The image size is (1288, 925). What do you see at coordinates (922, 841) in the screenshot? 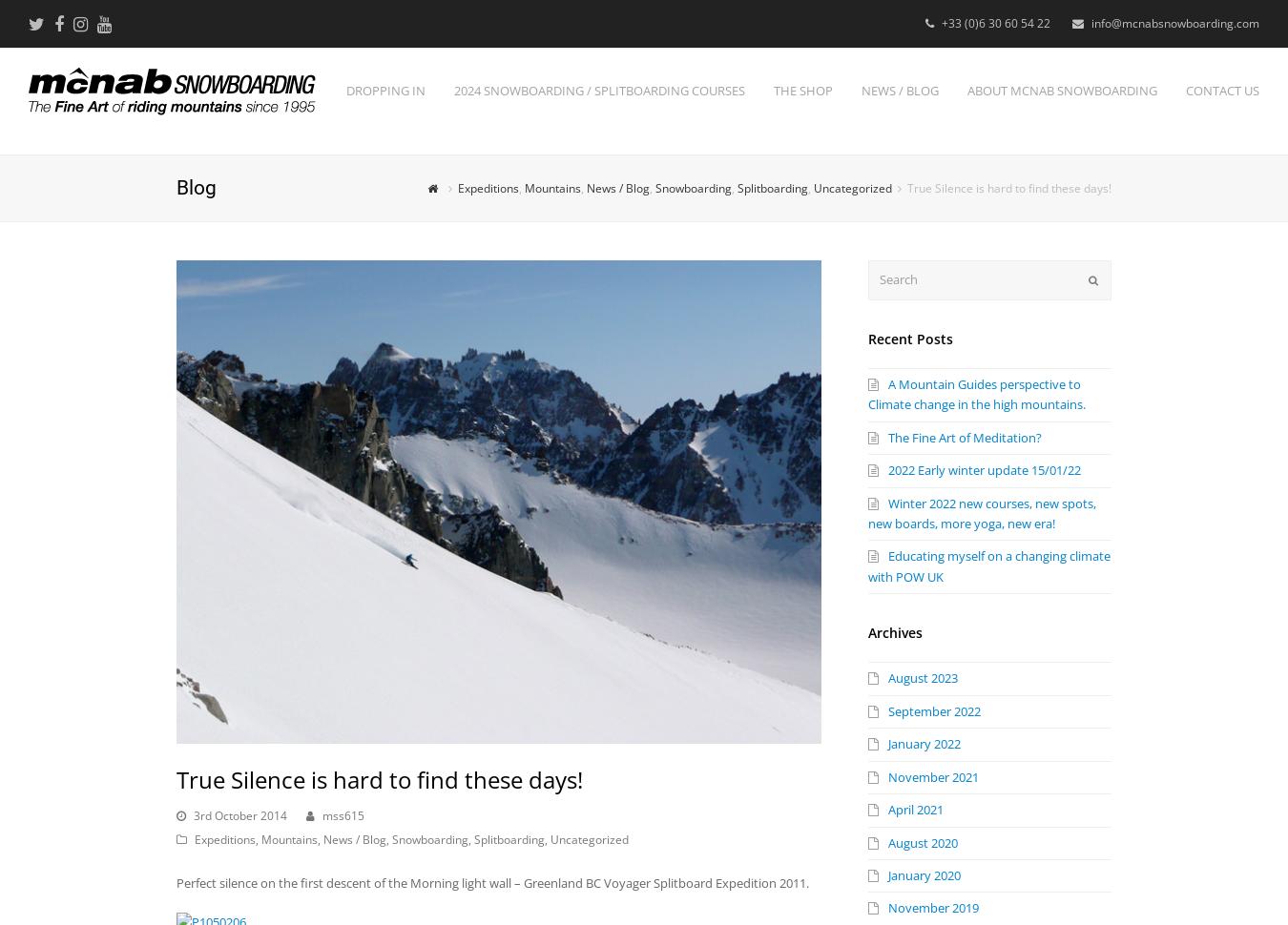
I see `'August 2020'` at bounding box center [922, 841].